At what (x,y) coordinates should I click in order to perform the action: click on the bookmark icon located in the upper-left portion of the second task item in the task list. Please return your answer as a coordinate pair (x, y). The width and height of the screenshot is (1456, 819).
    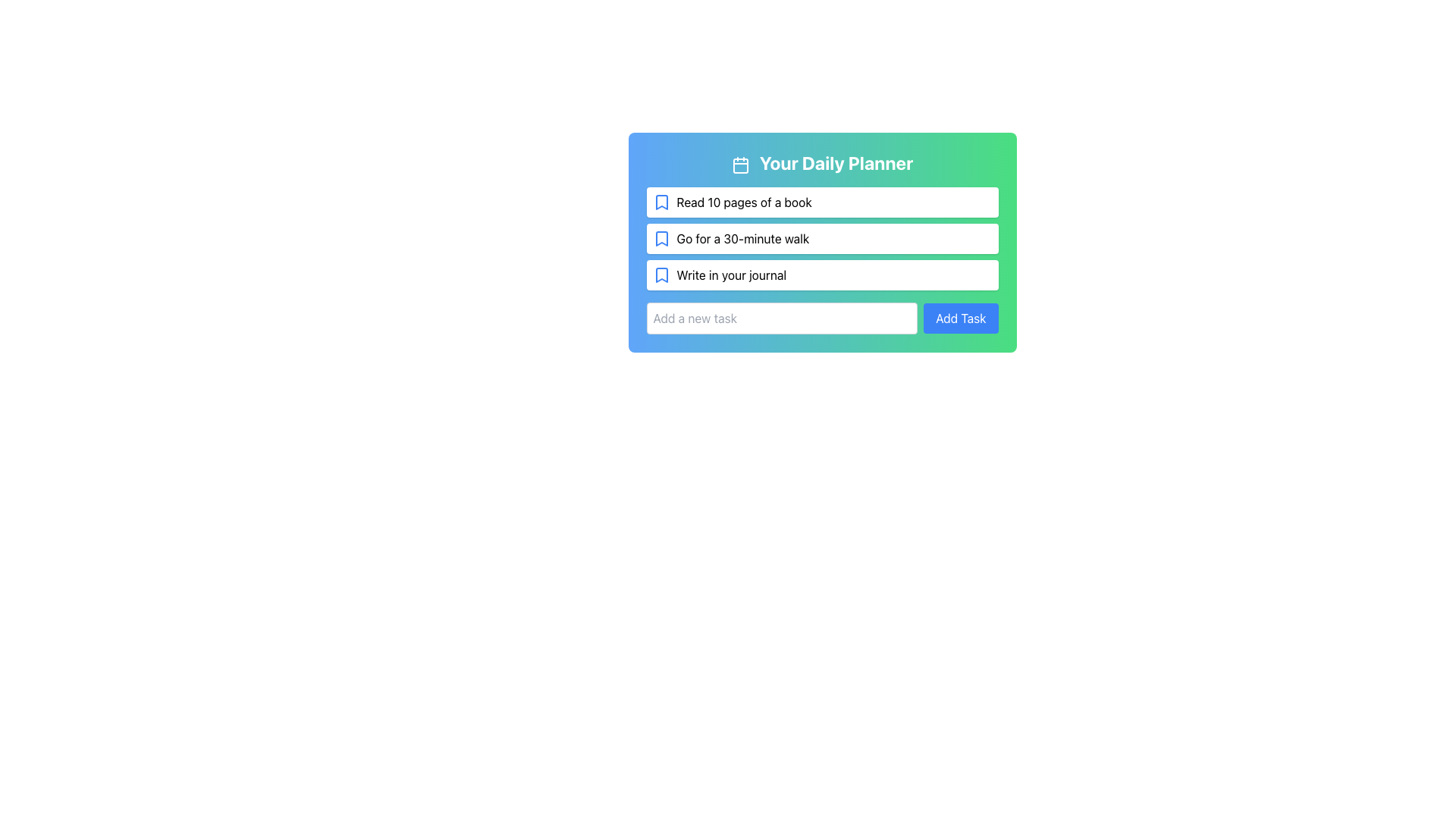
    Looking at the image, I should click on (661, 239).